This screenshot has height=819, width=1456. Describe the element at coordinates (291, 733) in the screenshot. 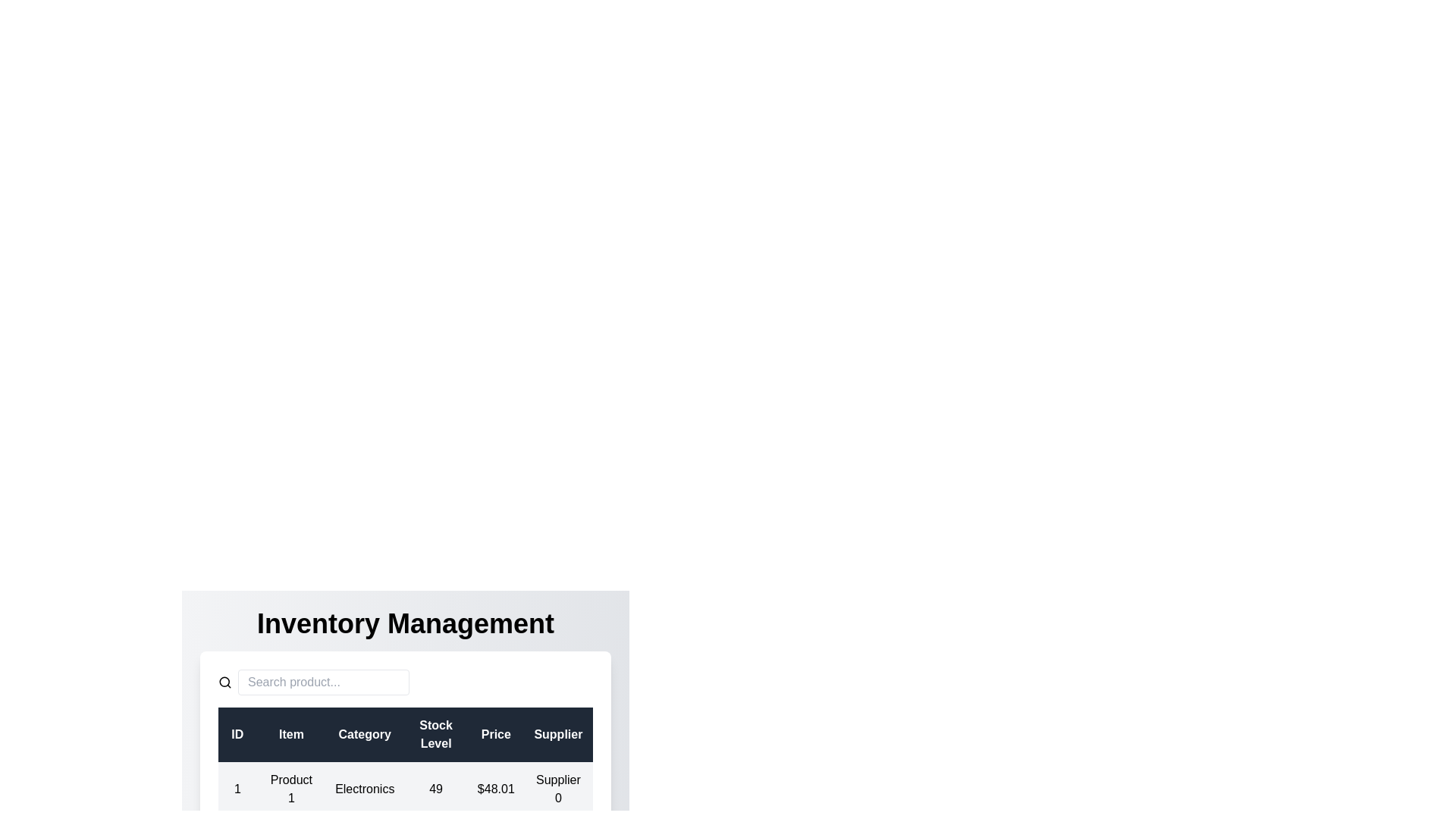

I see `the column header Item to sort the data by that column` at that location.